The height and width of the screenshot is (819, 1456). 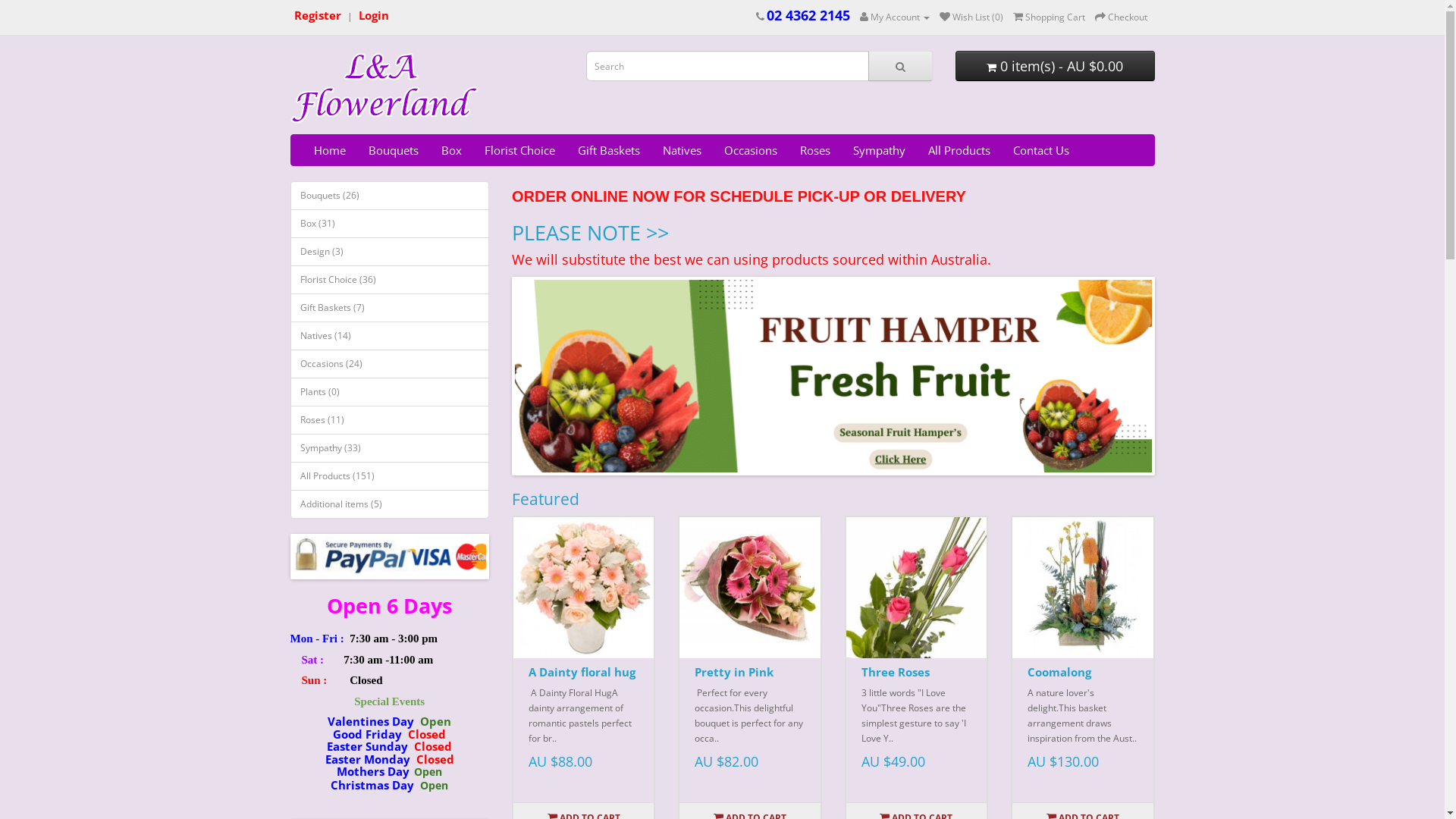 What do you see at coordinates (389, 504) in the screenshot?
I see `'Additional items (5)'` at bounding box center [389, 504].